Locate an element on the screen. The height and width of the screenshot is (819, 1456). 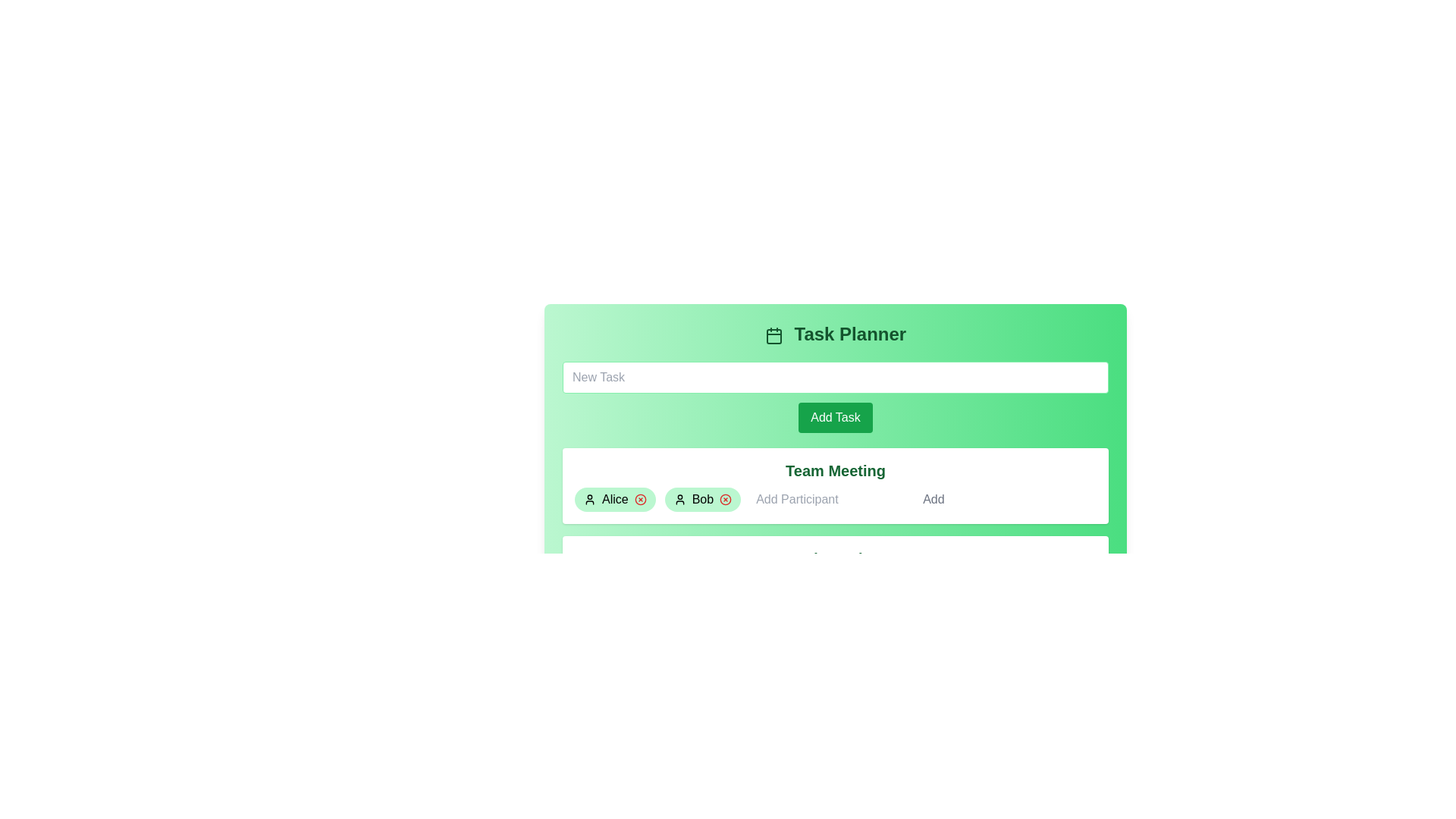
the 'Add Task' button with a green background and white text, located centrally under the 'New Task' input field is located at coordinates (835, 397).